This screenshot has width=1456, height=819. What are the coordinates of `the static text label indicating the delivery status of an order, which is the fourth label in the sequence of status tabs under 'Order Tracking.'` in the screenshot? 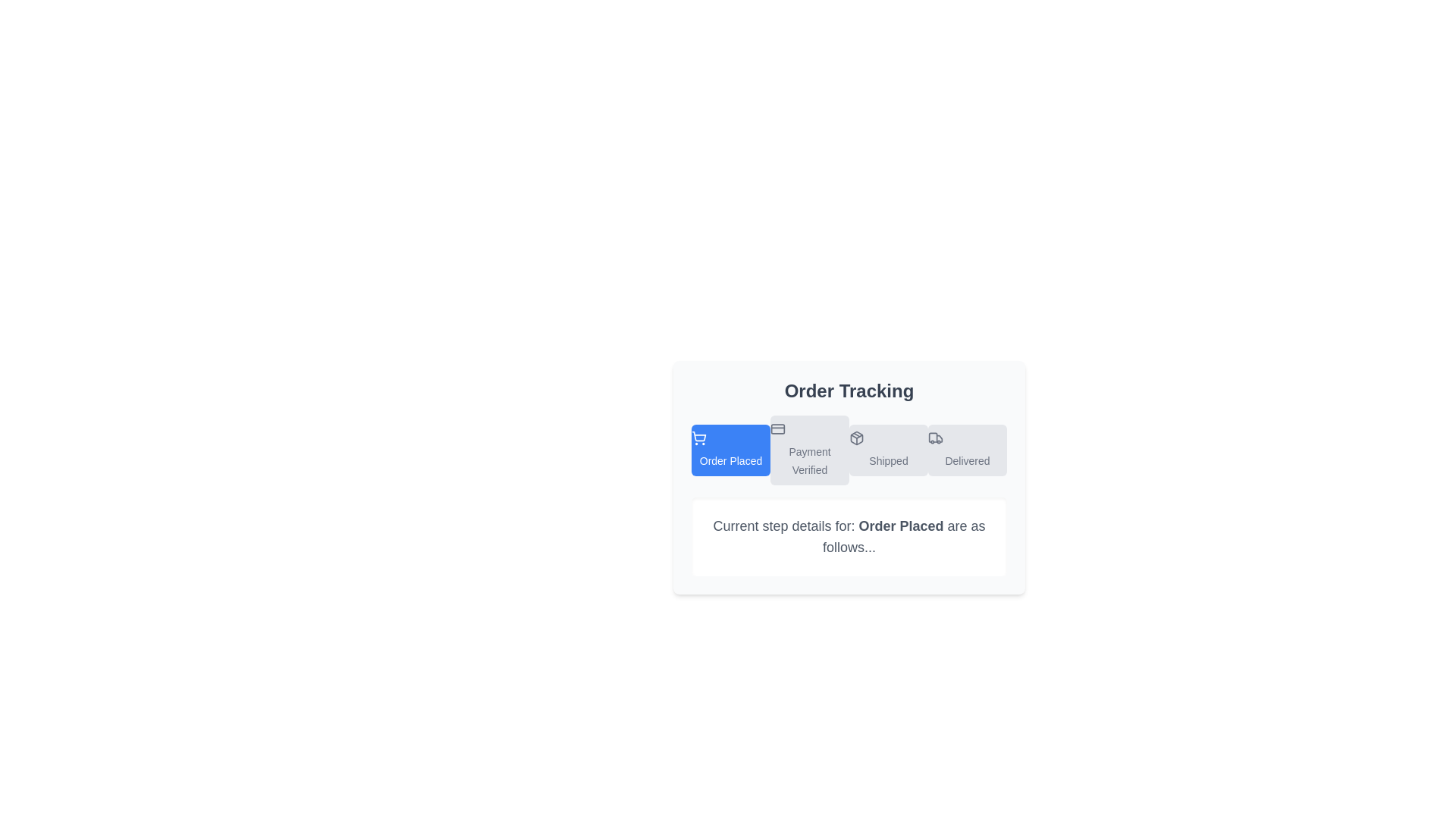 It's located at (967, 460).